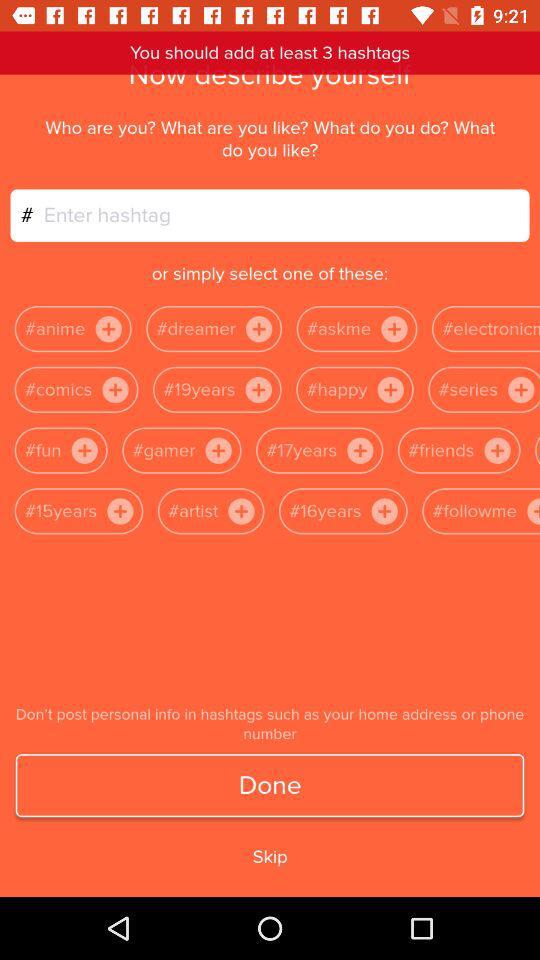 This screenshot has width=540, height=960. I want to click on plus icon next to text 19 years, so click(258, 388).